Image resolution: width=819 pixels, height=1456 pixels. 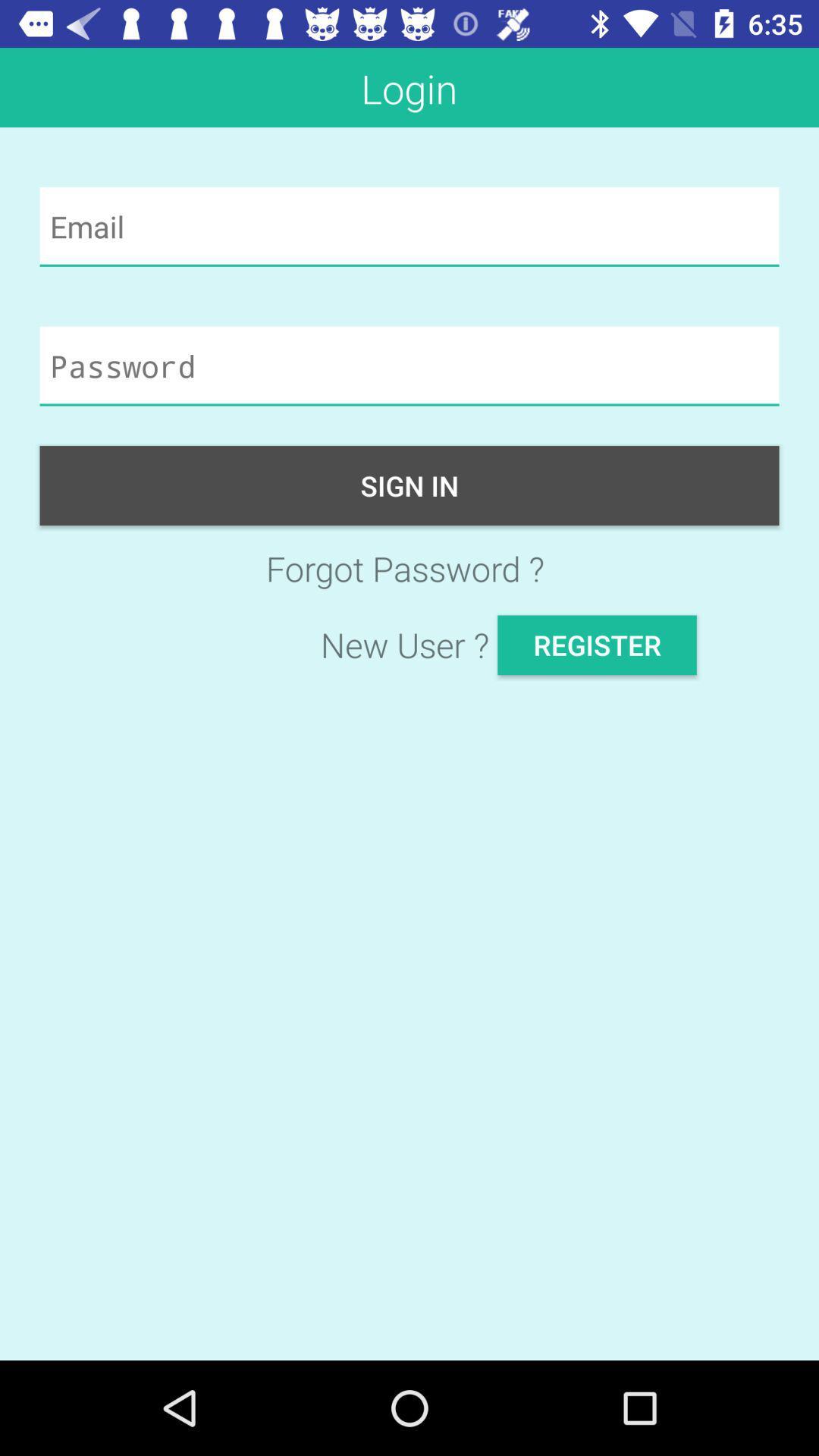 I want to click on app to the right of the new user ?  icon, so click(x=596, y=645).